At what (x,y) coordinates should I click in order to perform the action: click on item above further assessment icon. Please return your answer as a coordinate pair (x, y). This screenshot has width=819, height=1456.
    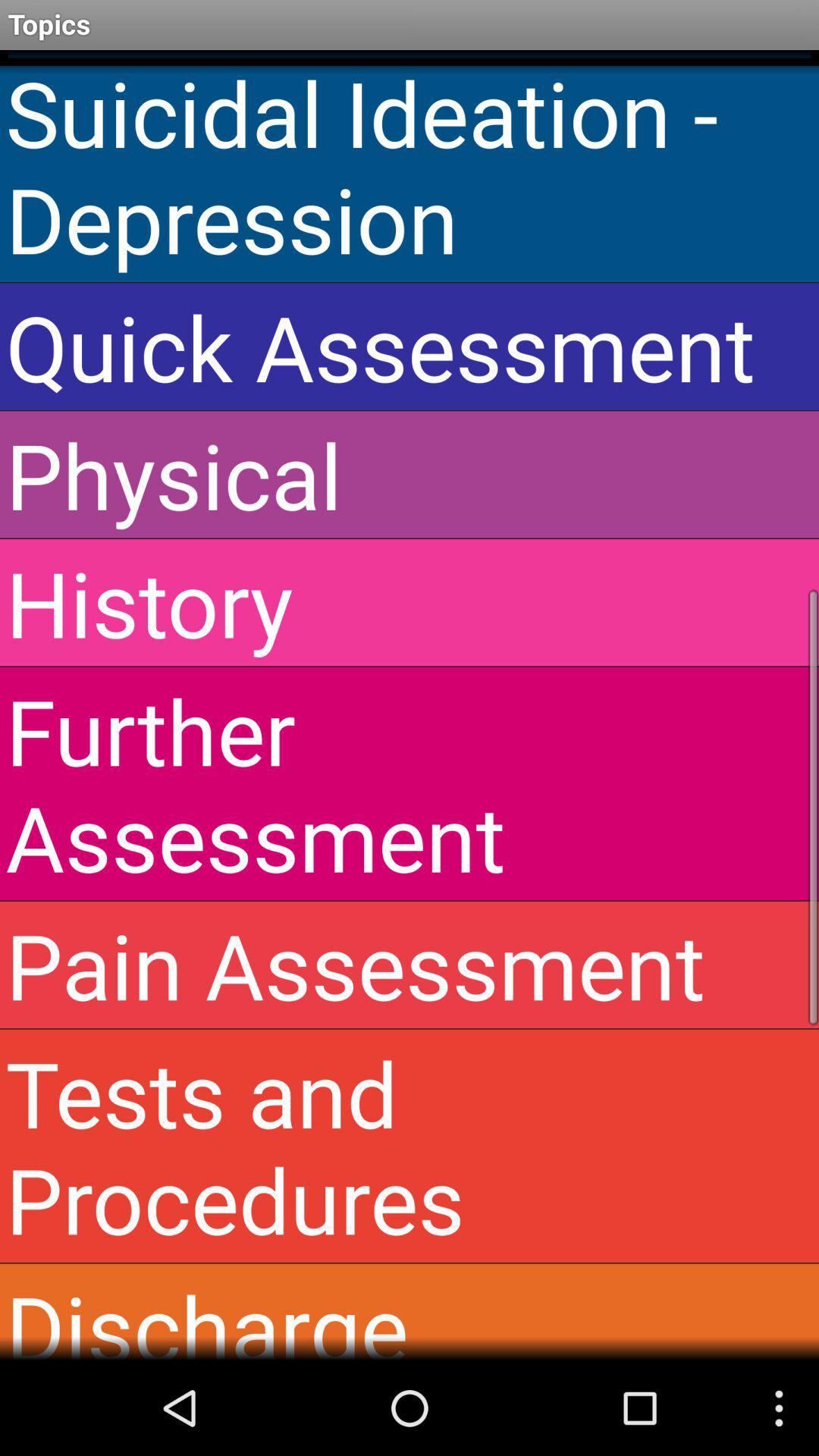
    Looking at the image, I should click on (409, 601).